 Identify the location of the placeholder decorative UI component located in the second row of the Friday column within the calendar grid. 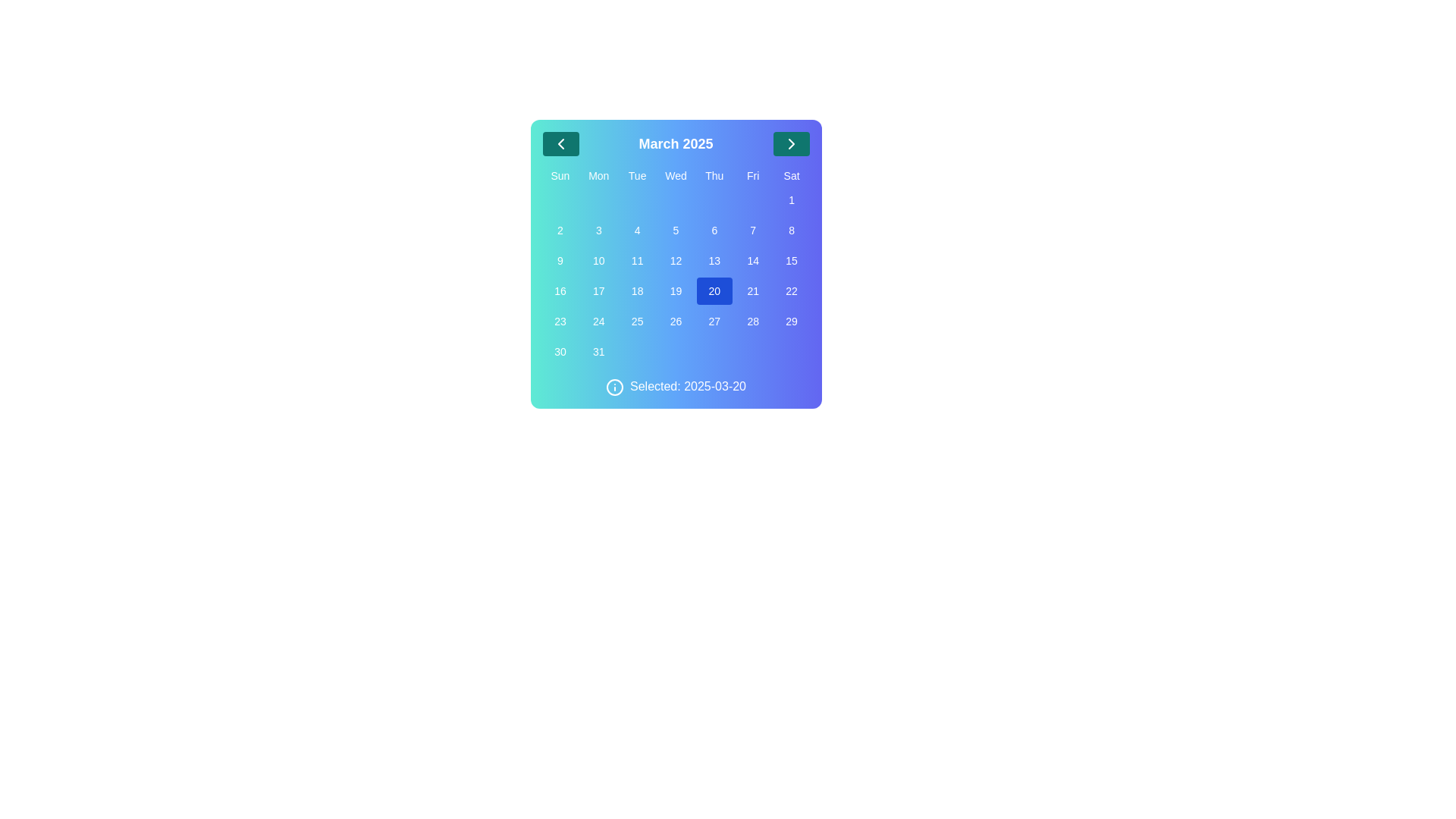
(753, 199).